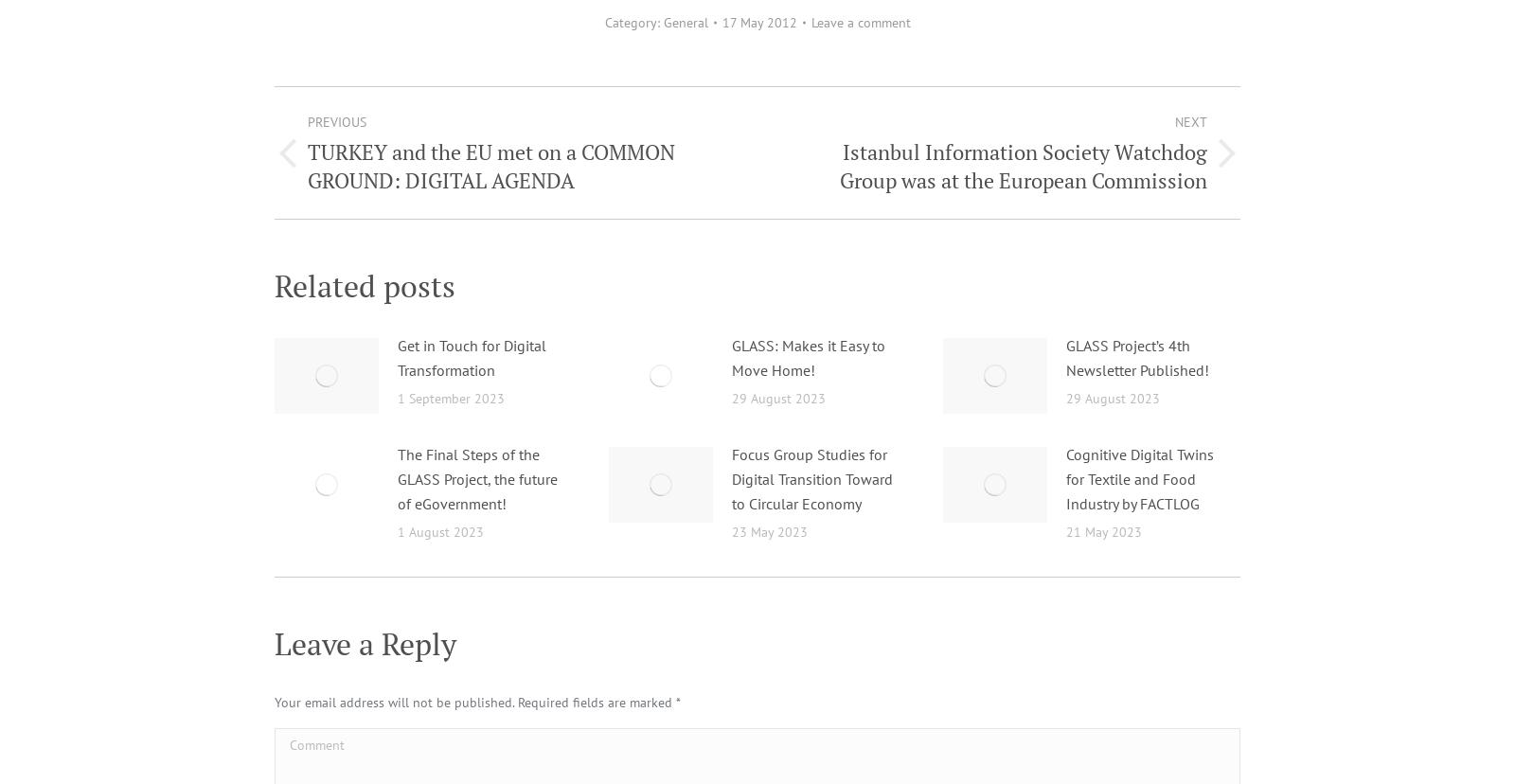 The height and width of the screenshot is (784, 1515). I want to click on 'Cognitive Digital Twins for Textile and Food Industry by FACTLOG', so click(1139, 478).